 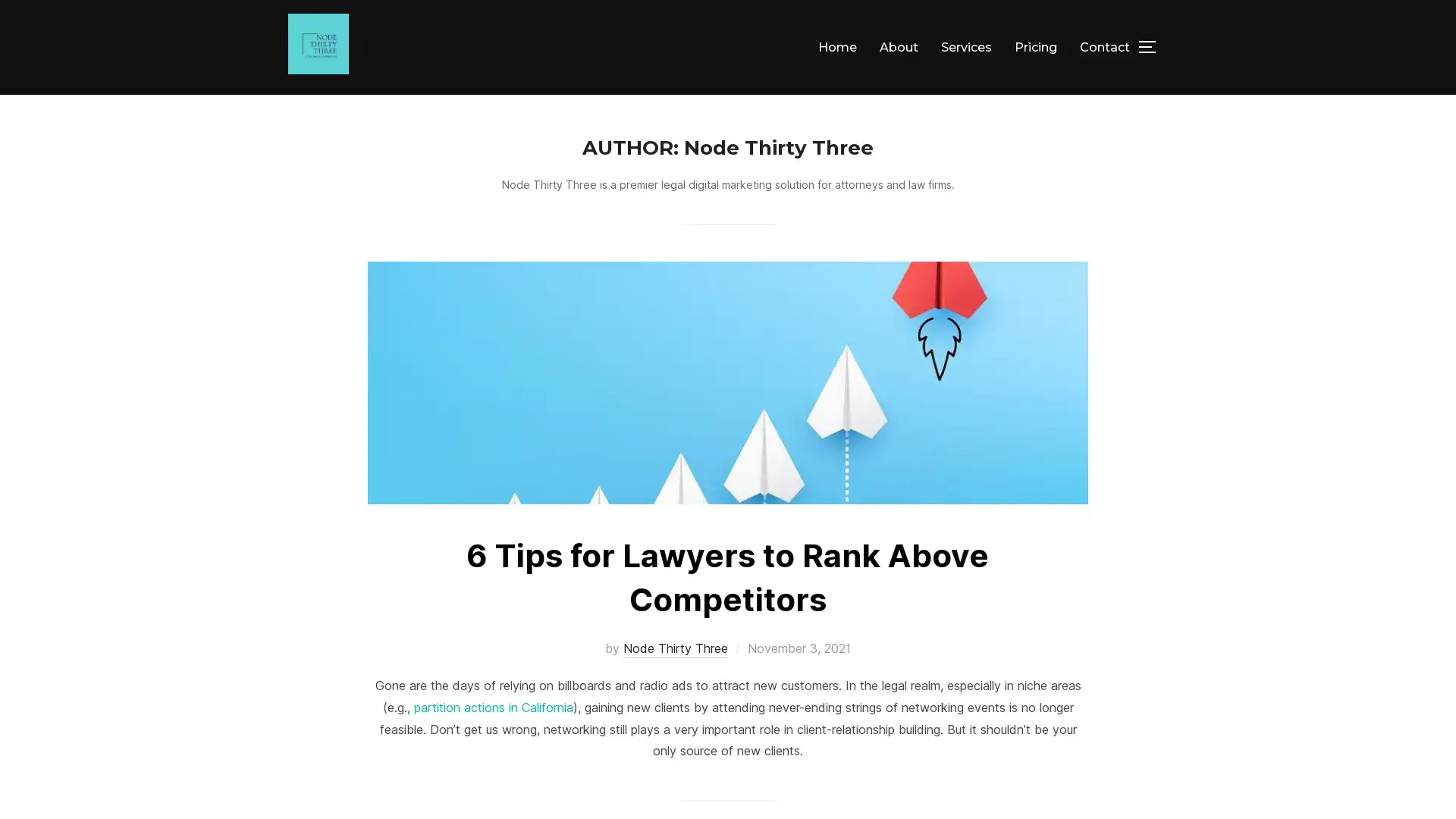 What do you see at coordinates (1153, 45) in the screenshot?
I see `TOGGLE SIDEBAR & NAVIGATION` at bounding box center [1153, 45].